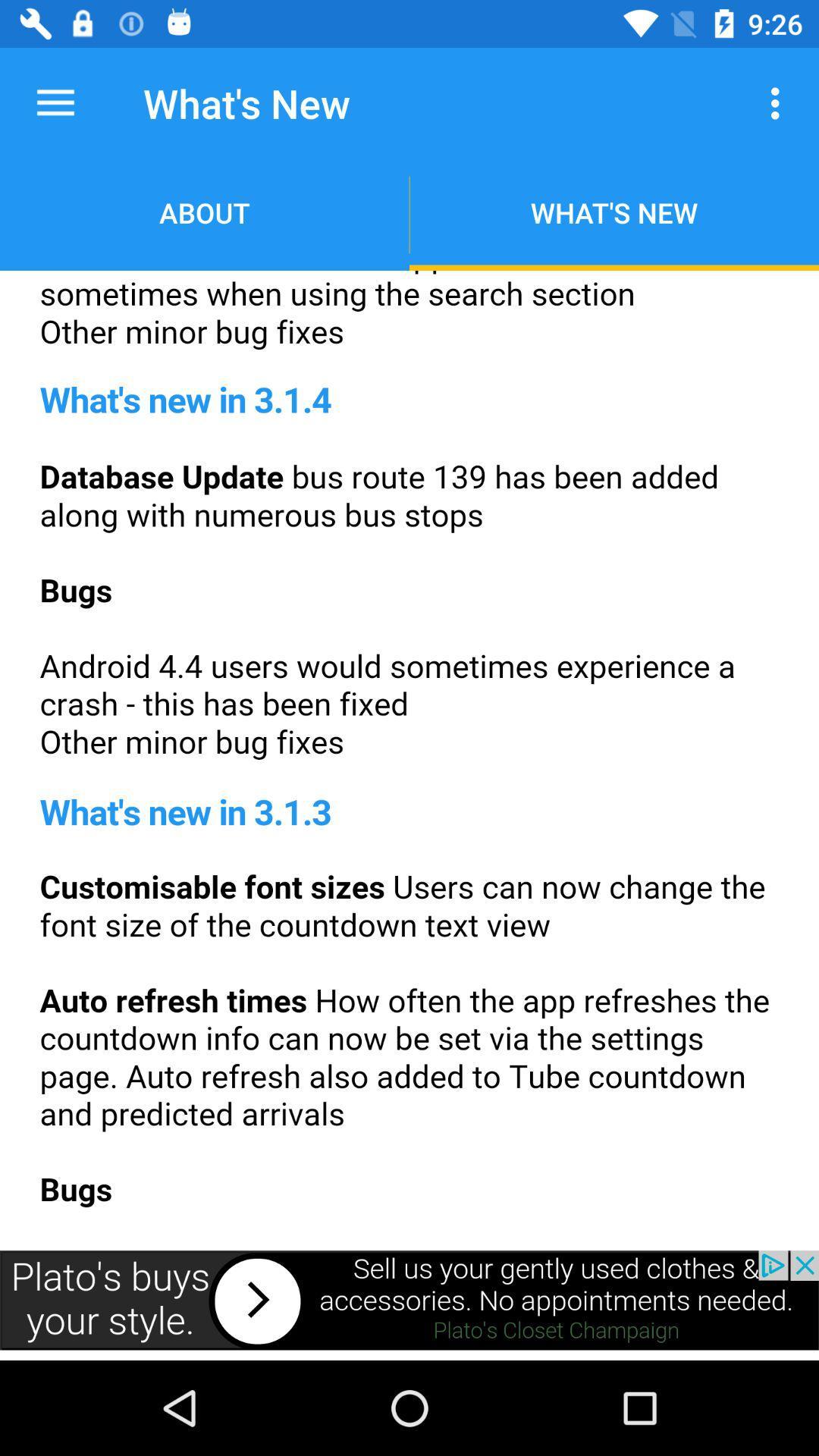 Image resolution: width=819 pixels, height=1456 pixels. What do you see at coordinates (409, 1299) in the screenshot?
I see `open advertisement` at bounding box center [409, 1299].